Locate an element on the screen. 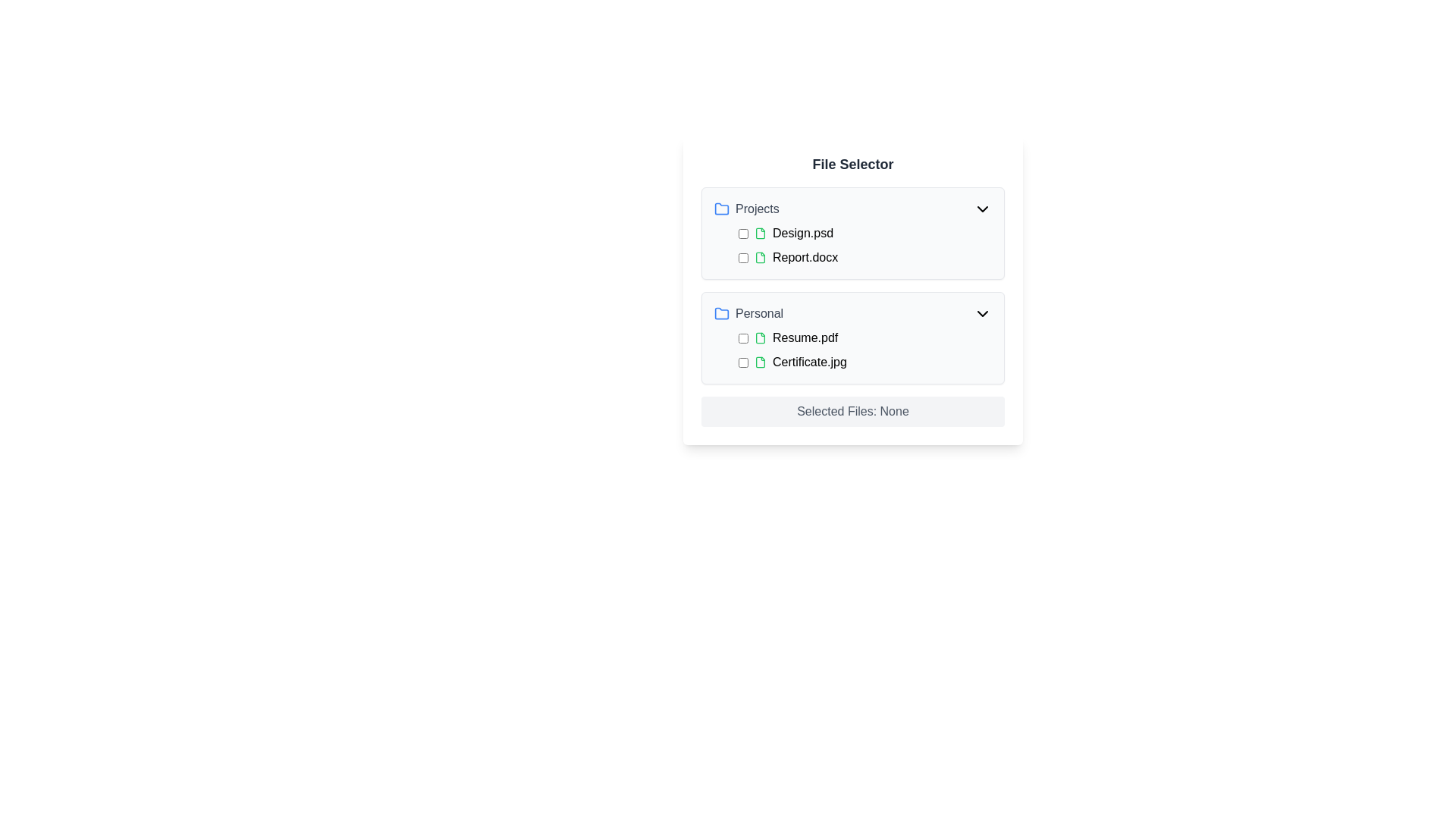 This screenshot has width=1456, height=819. to select the 'Personal' folder in the file selection interface, which is represented by a blue folder icon and labeled 'Personal' is located at coordinates (748, 312).